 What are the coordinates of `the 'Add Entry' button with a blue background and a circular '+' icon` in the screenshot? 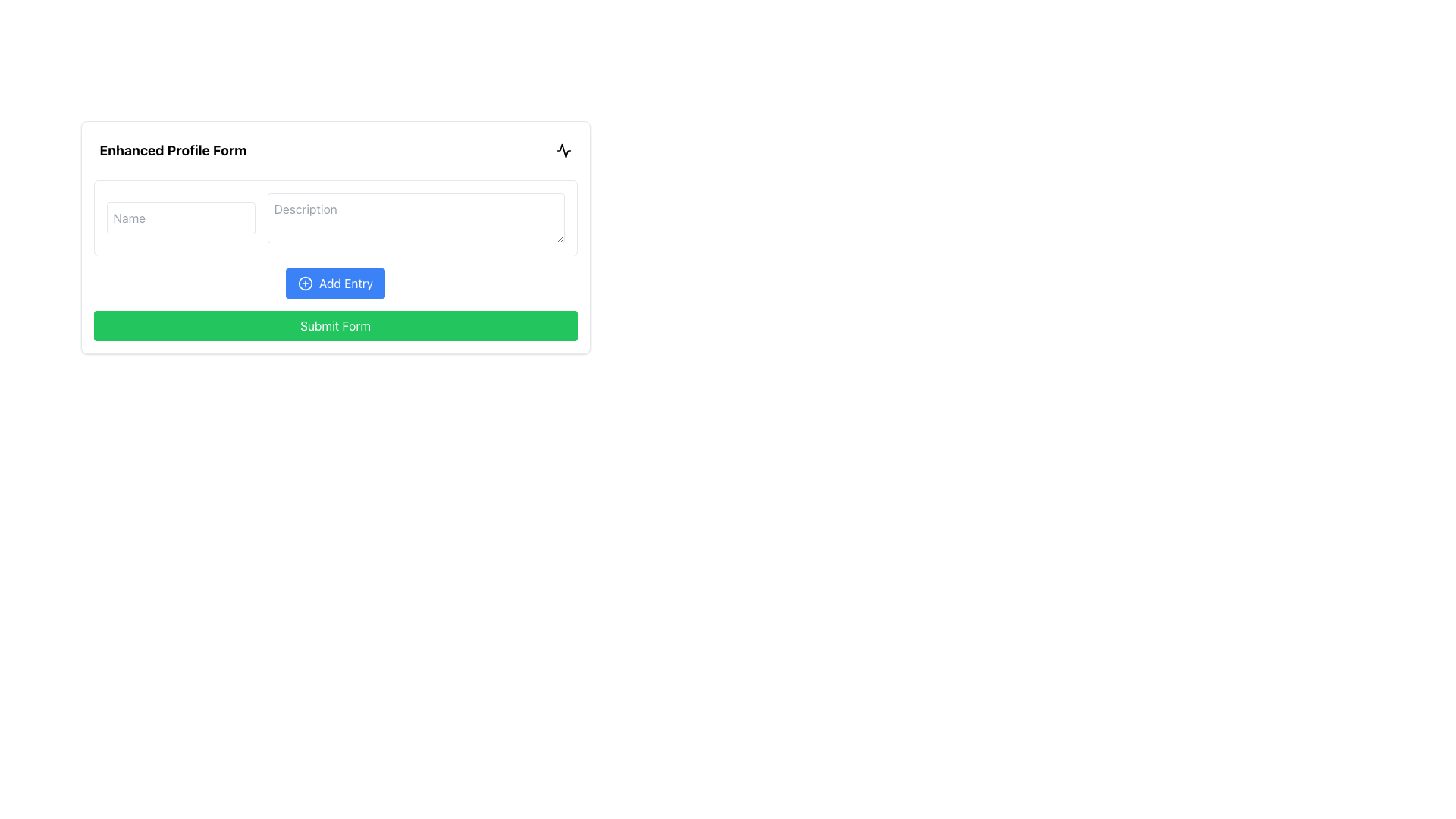 It's located at (334, 284).